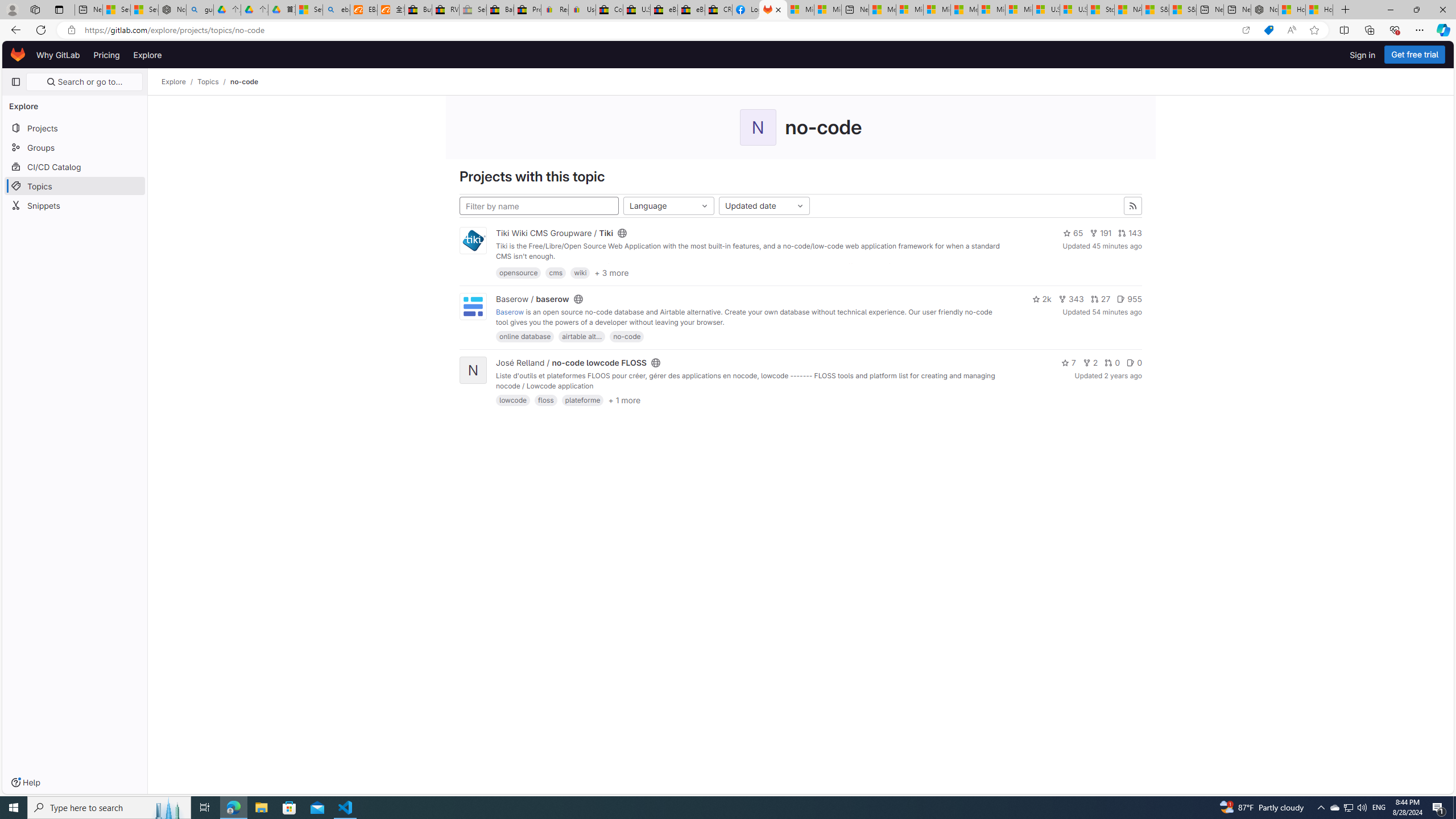  Describe the element at coordinates (473, 9) in the screenshot. I see `'Sell worldwide with eBay - Sleeping'` at that location.